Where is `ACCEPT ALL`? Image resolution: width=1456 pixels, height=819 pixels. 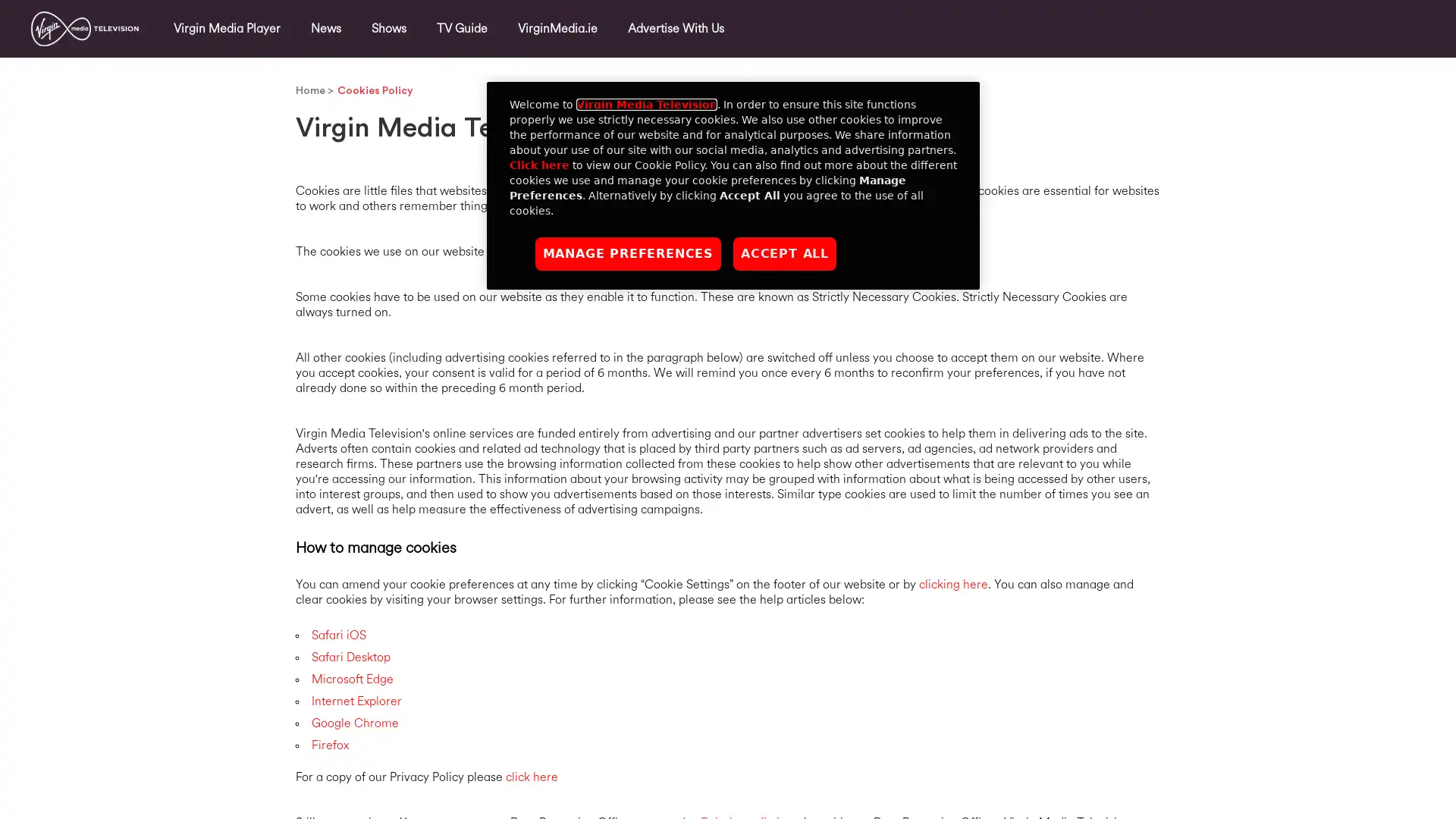 ACCEPT ALL is located at coordinates (785, 253).